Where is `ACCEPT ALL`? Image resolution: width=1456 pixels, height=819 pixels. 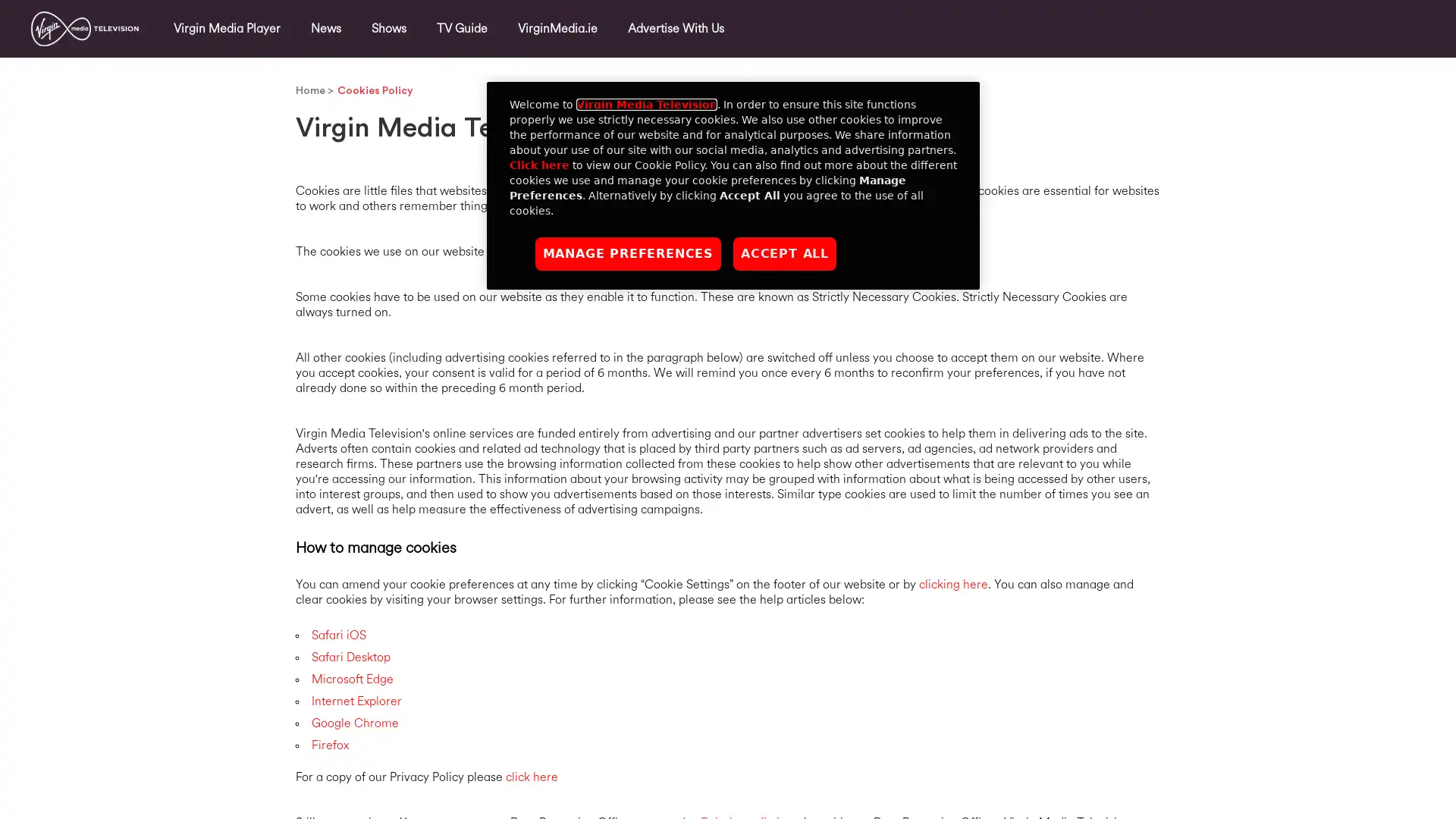 ACCEPT ALL is located at coordinates (785, 253).